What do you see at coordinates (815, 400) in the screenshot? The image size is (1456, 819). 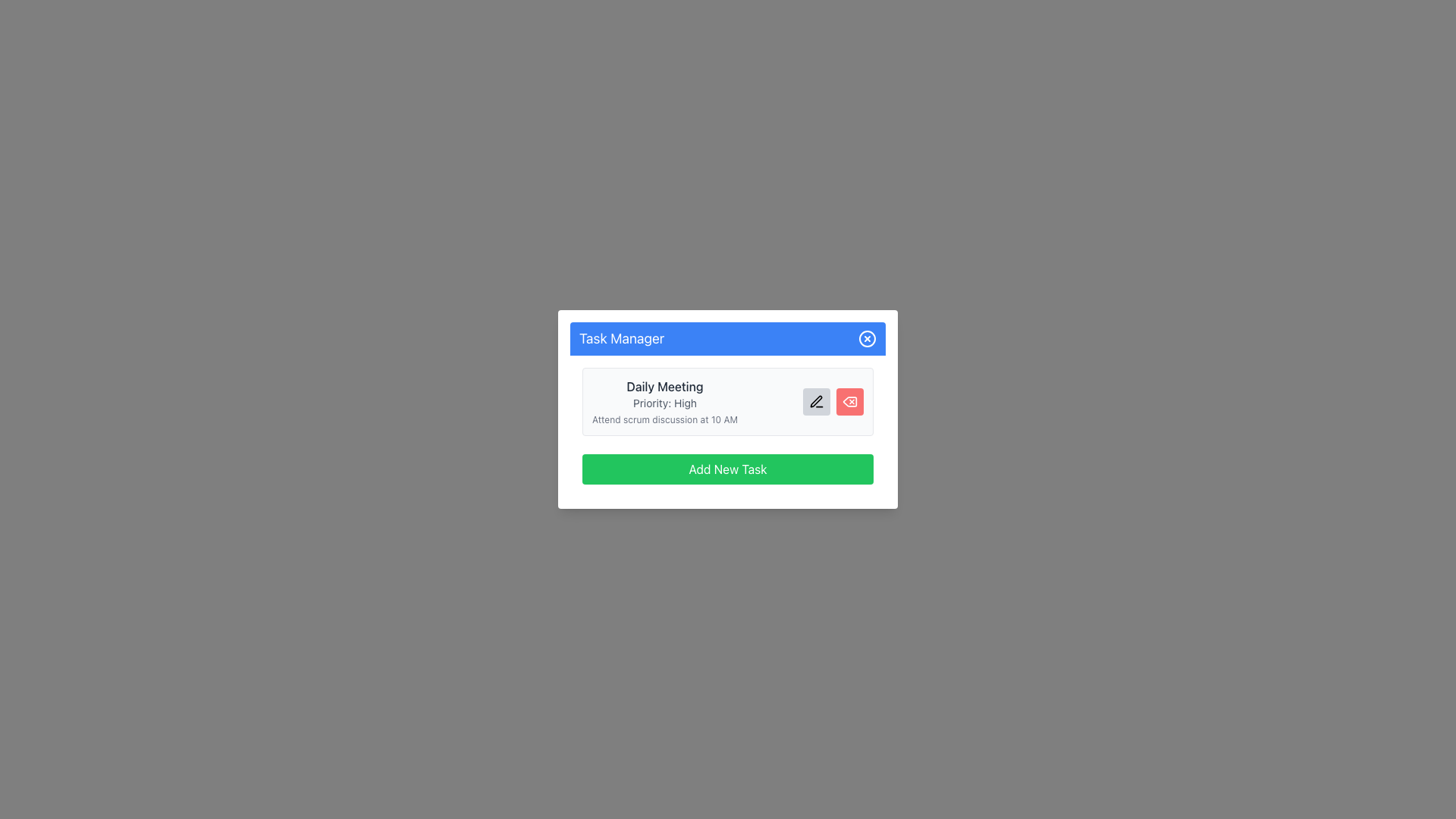 I see `the pen icon button within the 'Task Manager' modal dialog` at bounding box center [815, 400].